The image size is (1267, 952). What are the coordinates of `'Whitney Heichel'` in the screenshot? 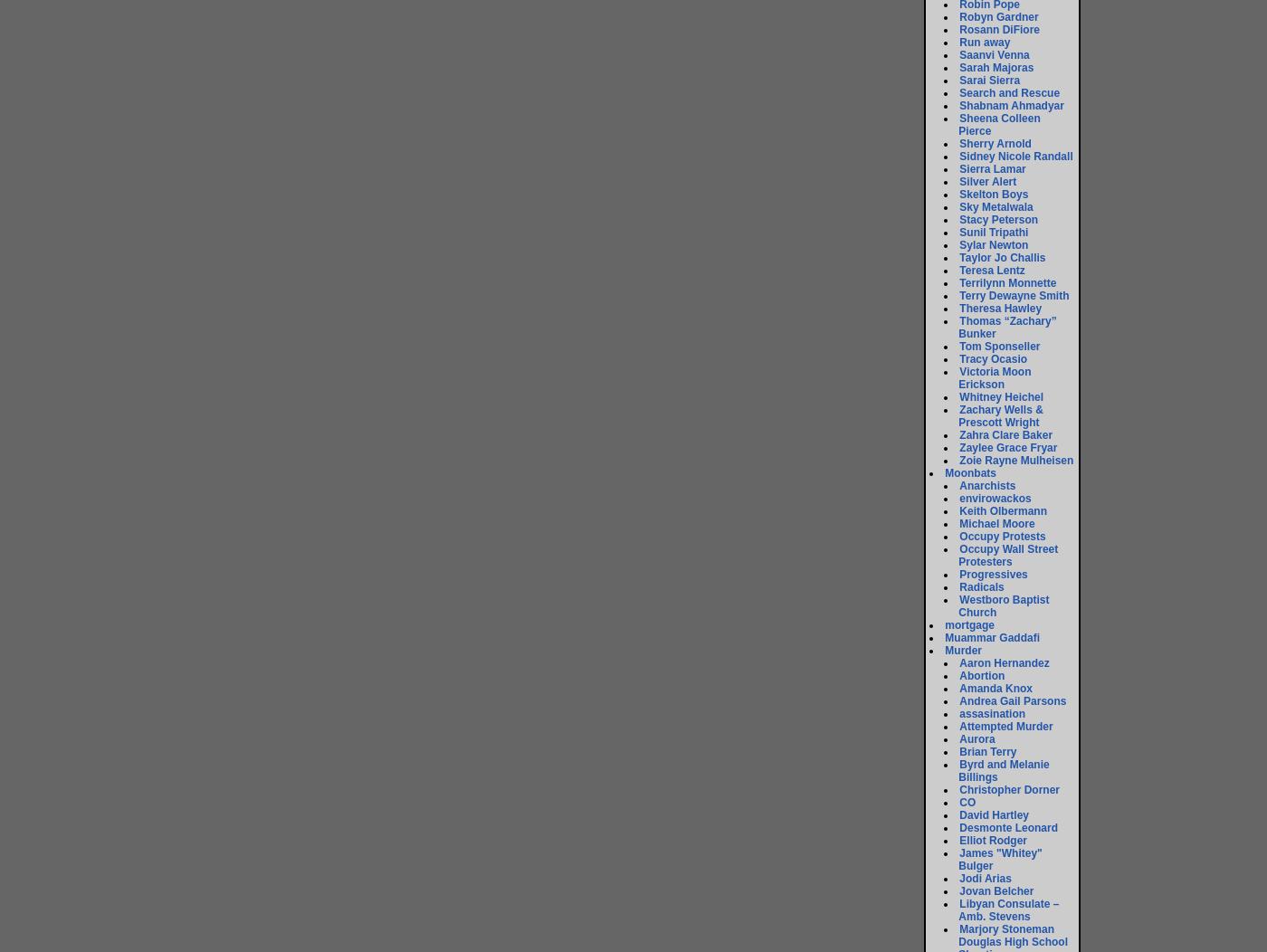 It's located at (958, 395).